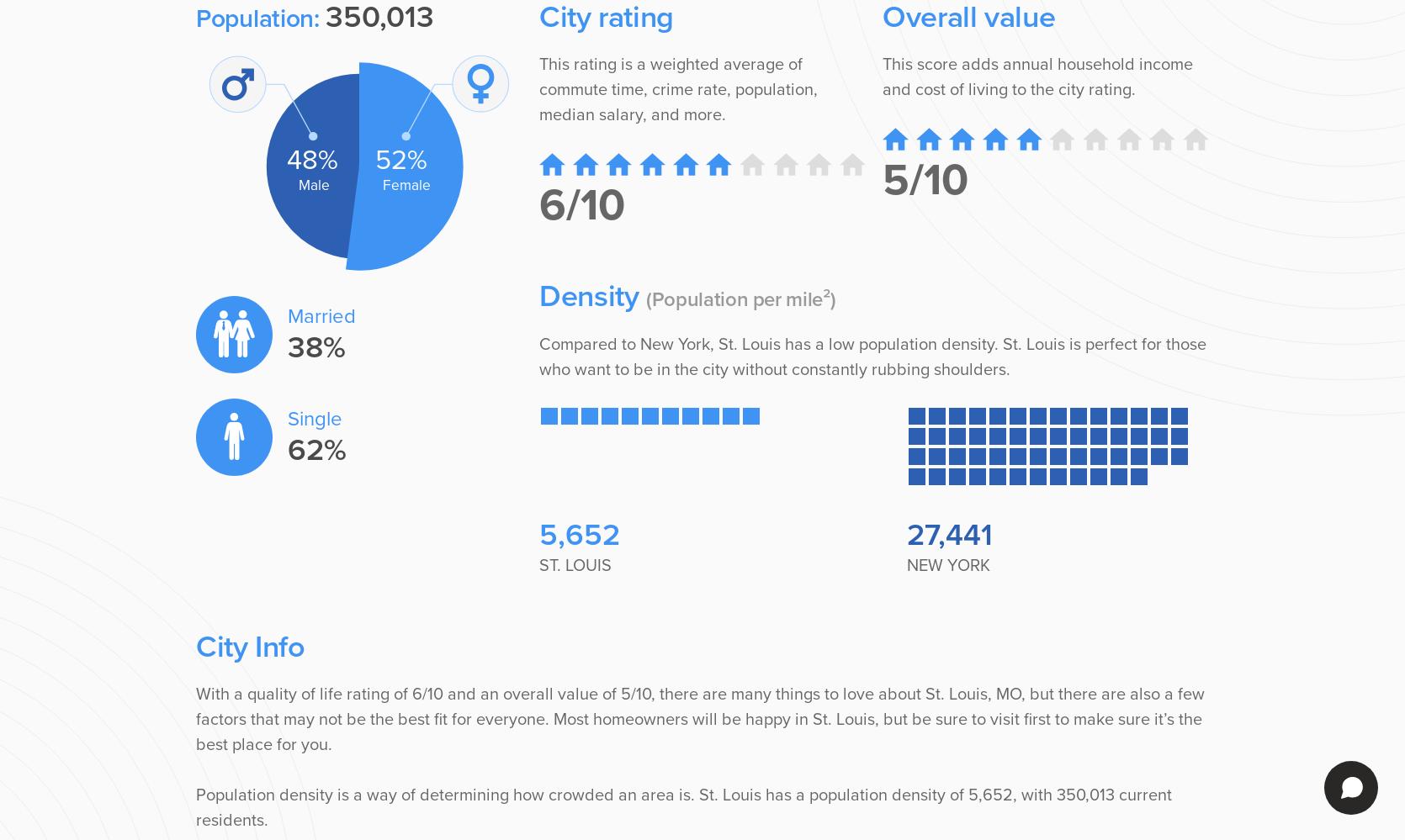  I want to click on 'This score adds annual household income and cost of living to the city rating.', so click(1037, 77).